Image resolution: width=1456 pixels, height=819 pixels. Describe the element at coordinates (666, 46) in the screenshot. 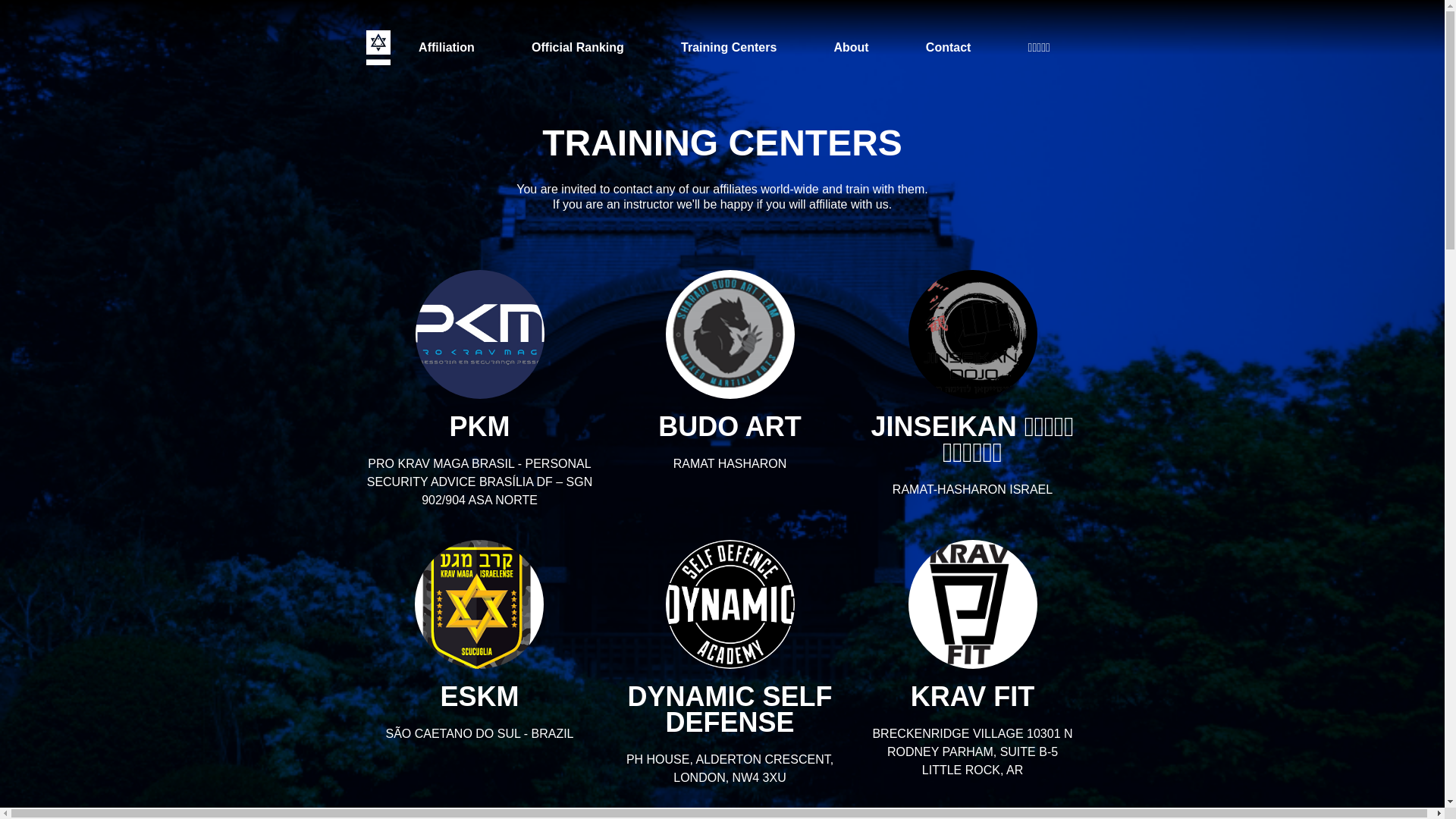

I see `'Training Centers'` at that location.